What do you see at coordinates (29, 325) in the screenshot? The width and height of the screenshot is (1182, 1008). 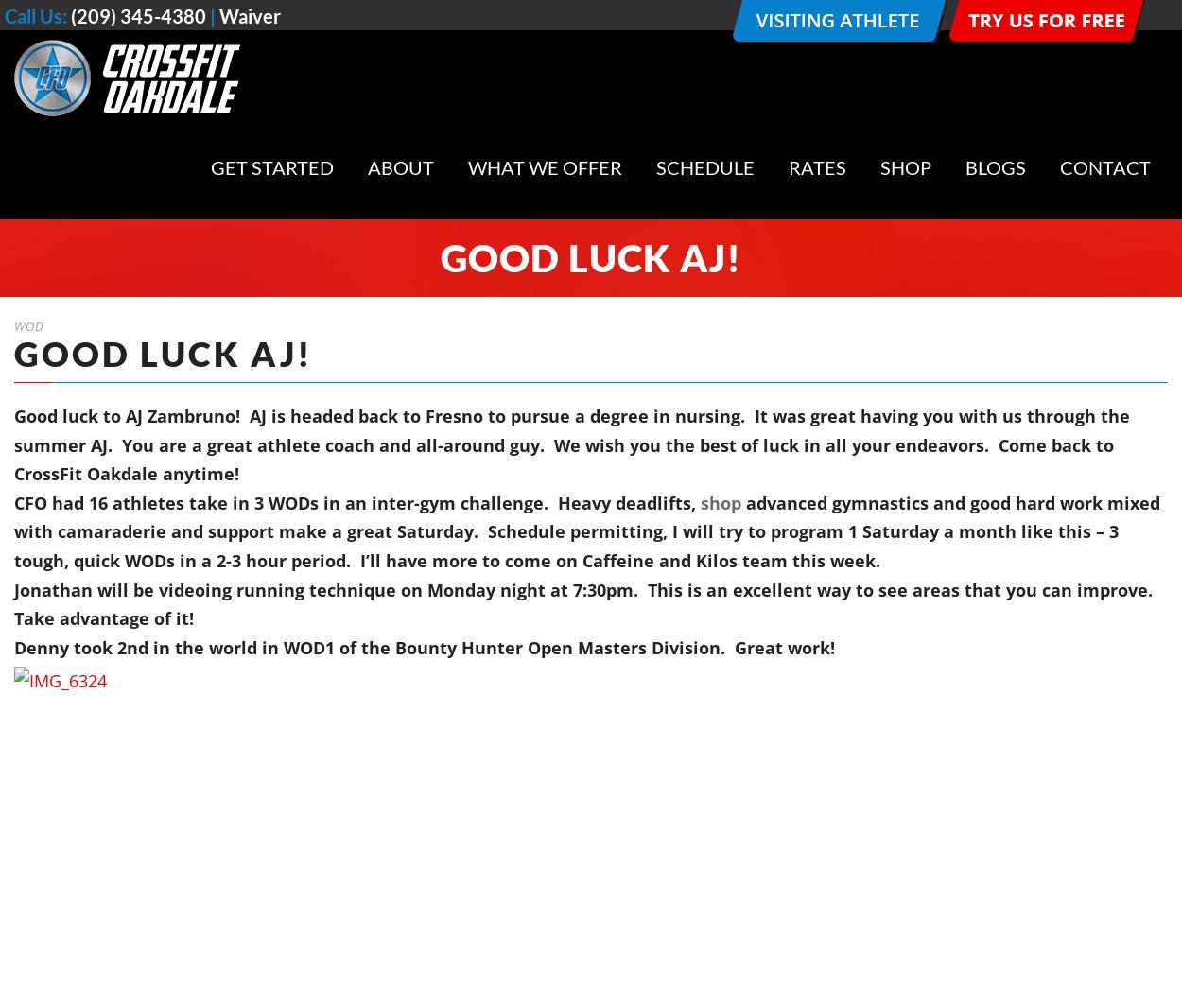 I see `'WOD'` at bounding box center [29, 325].